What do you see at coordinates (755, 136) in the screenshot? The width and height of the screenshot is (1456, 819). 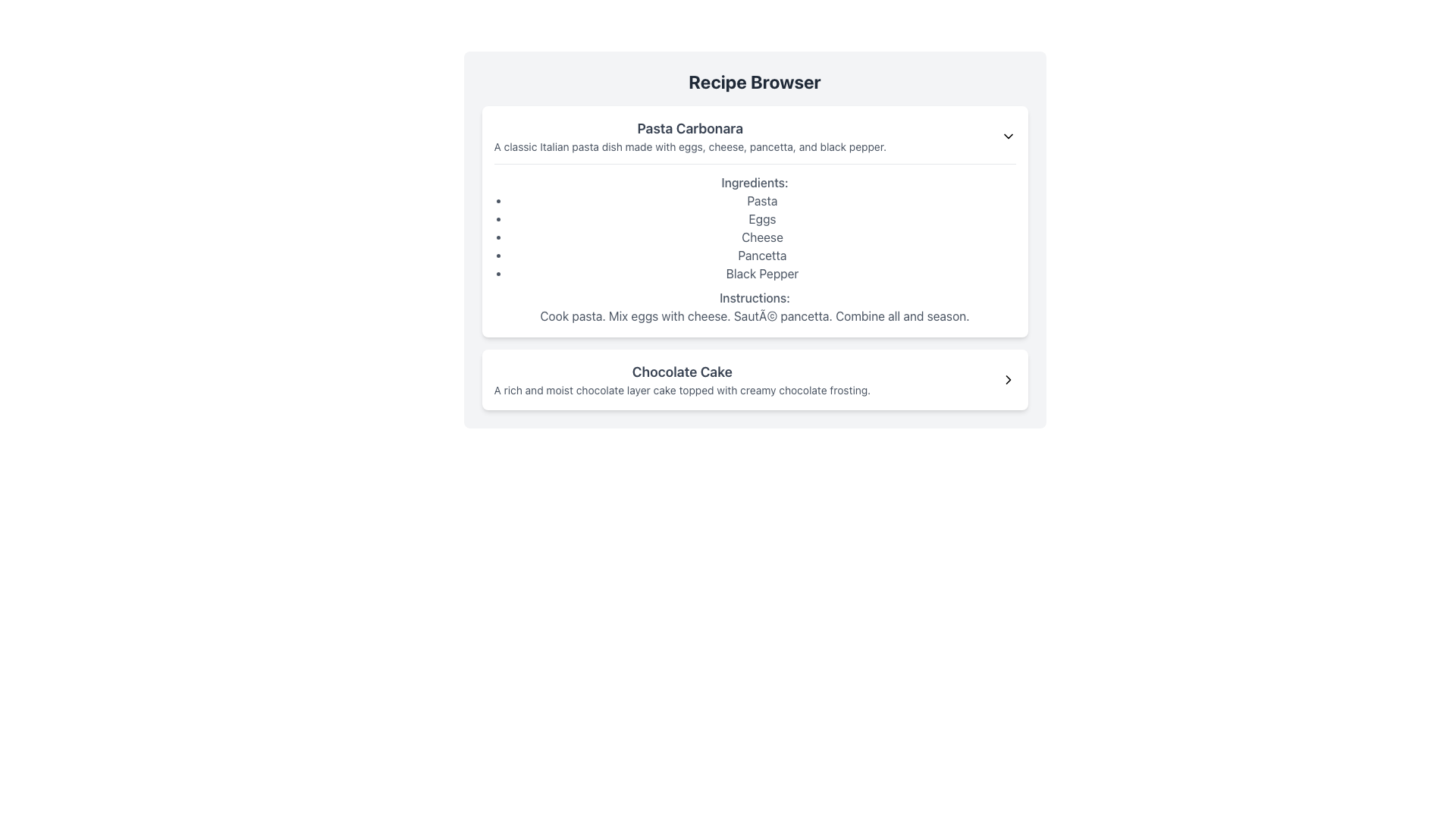 I see `title and description of the recipe from the text block at the top of the recipe list, which includes a collapsible/expandable indicator with a downward arrow icon` at bounding box center [755, 136].